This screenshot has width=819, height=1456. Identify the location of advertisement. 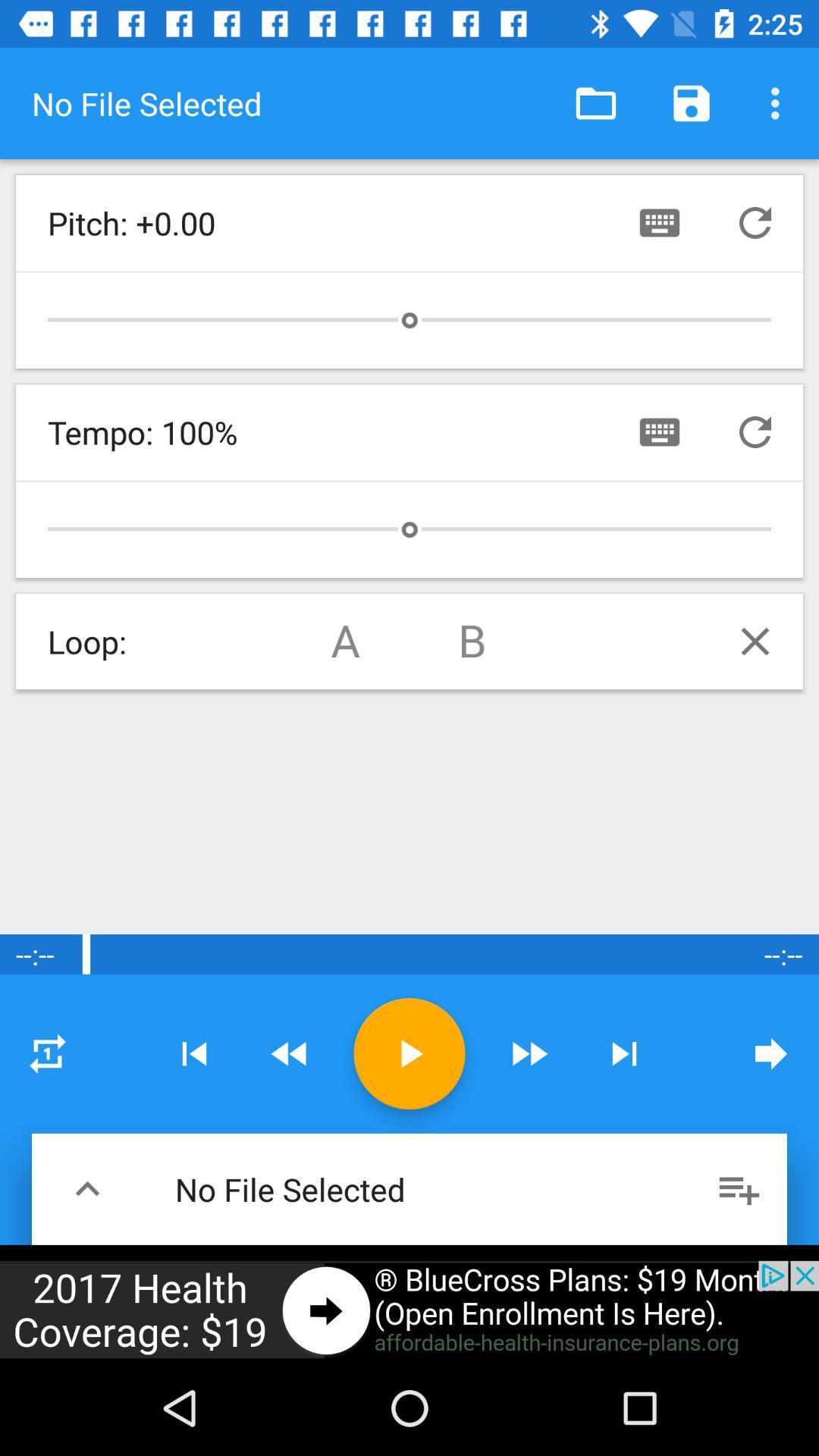
(409, 1310).